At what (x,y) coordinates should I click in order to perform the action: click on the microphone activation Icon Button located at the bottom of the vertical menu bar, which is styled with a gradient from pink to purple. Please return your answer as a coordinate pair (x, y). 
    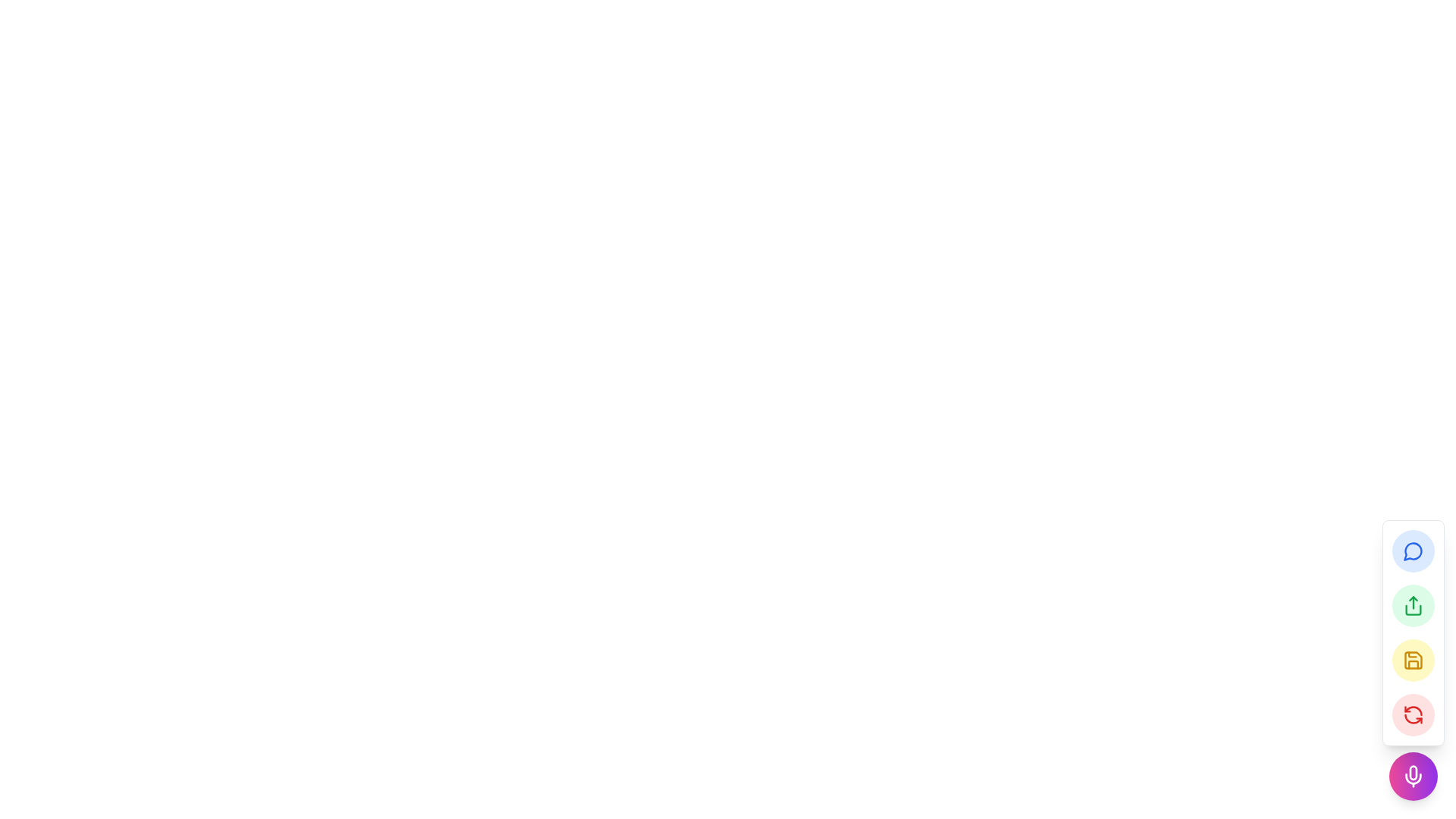
    Looking at the image, I should click on (1412, 776).